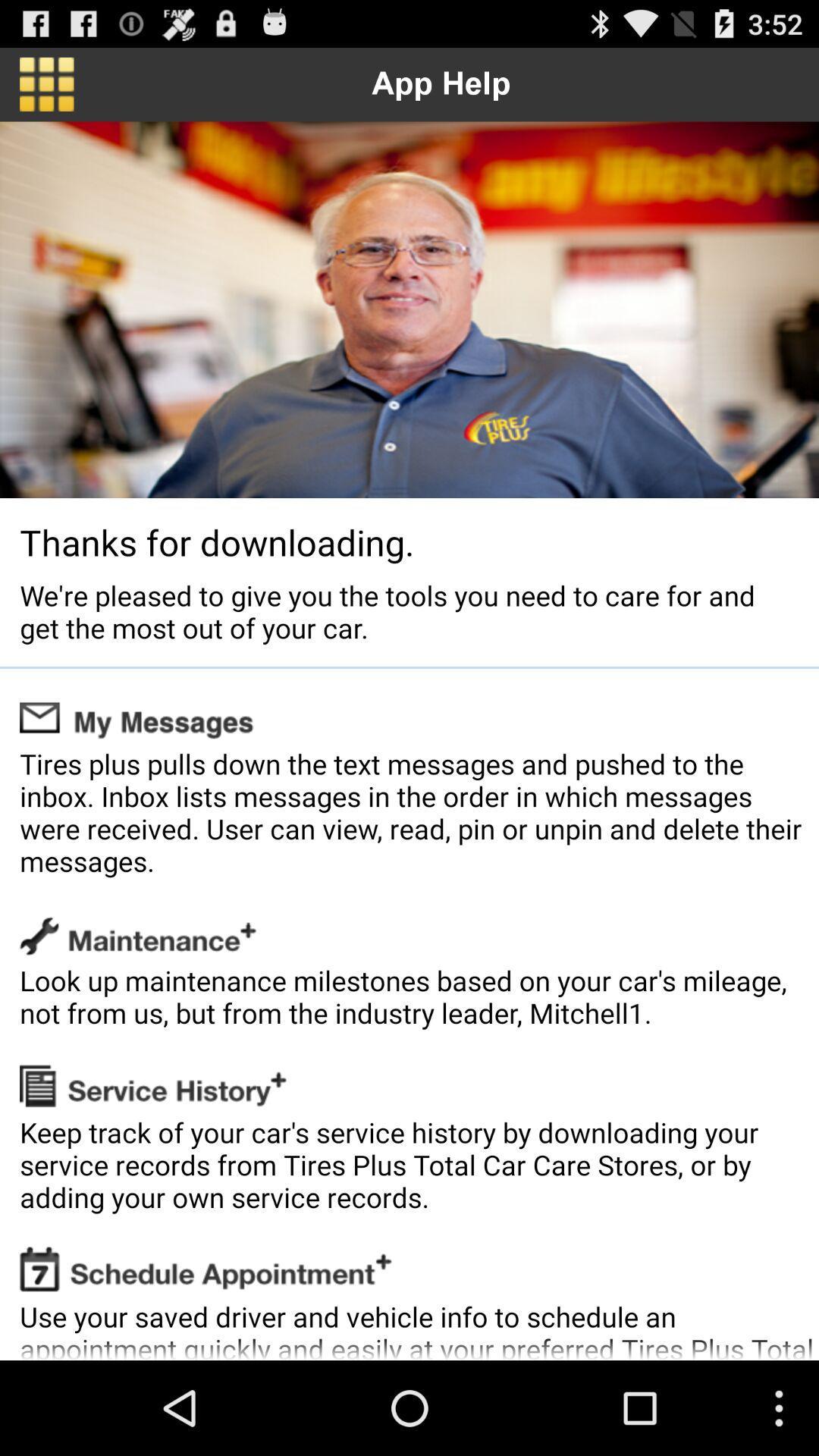  Describe the element at coordinates (45, 89) in the screenshot. I see `the dashboard icon` at that location.